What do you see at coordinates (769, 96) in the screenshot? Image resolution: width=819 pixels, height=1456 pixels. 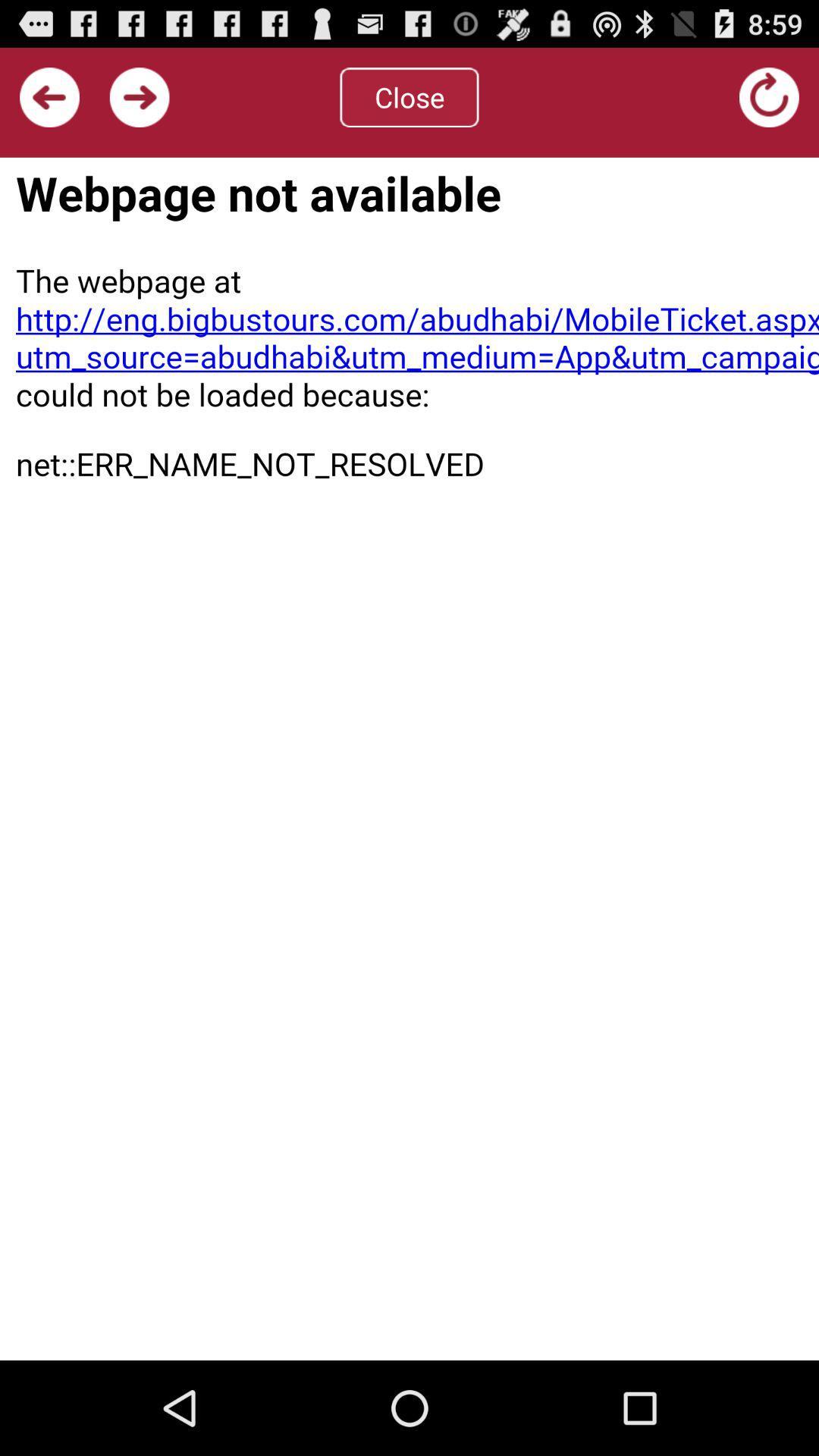 I see `rotational option` at bounding box center [769, 96].